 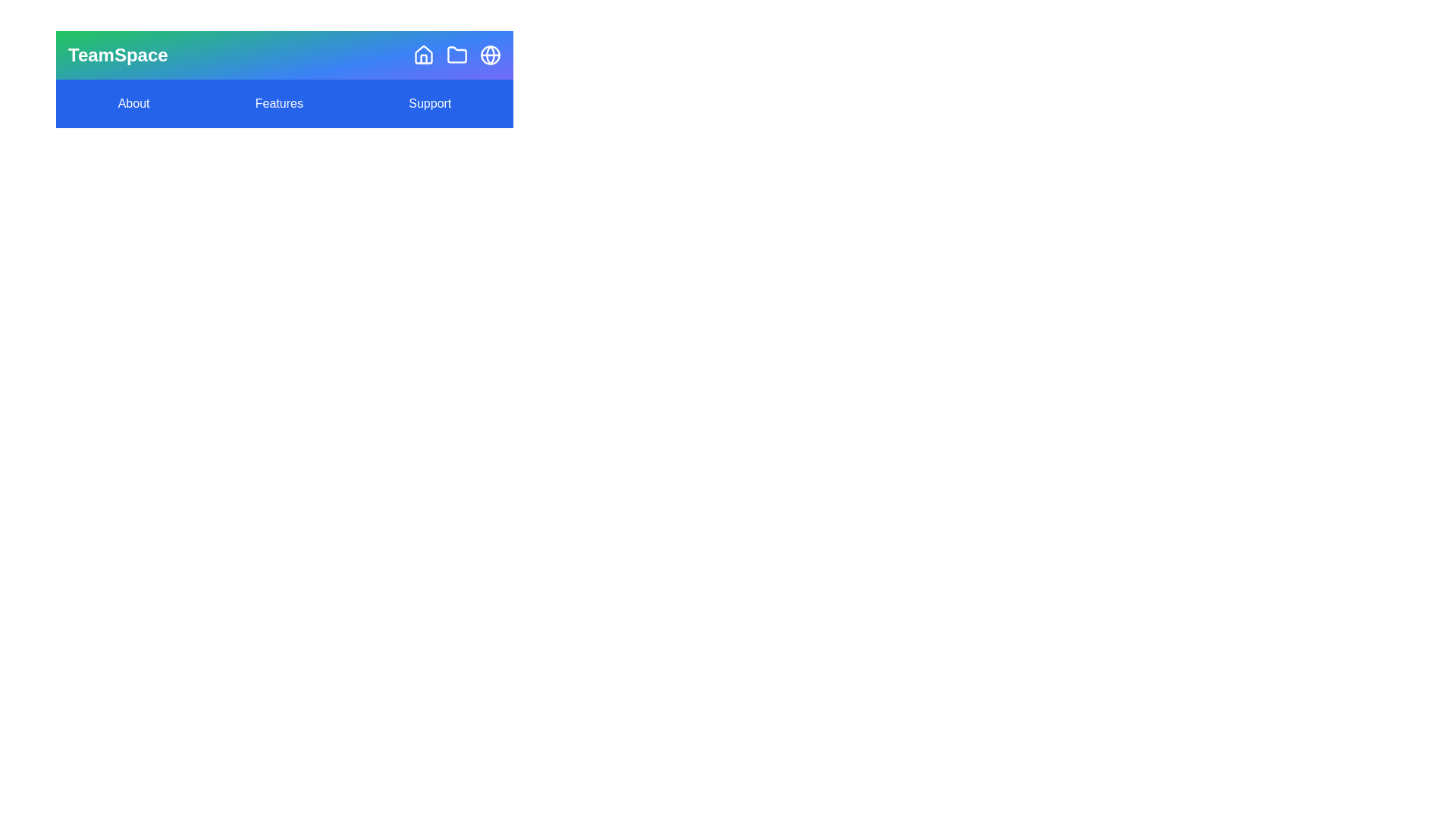 I want to click on the 'Support' menu item to access support information, so click(x=428, y=103).